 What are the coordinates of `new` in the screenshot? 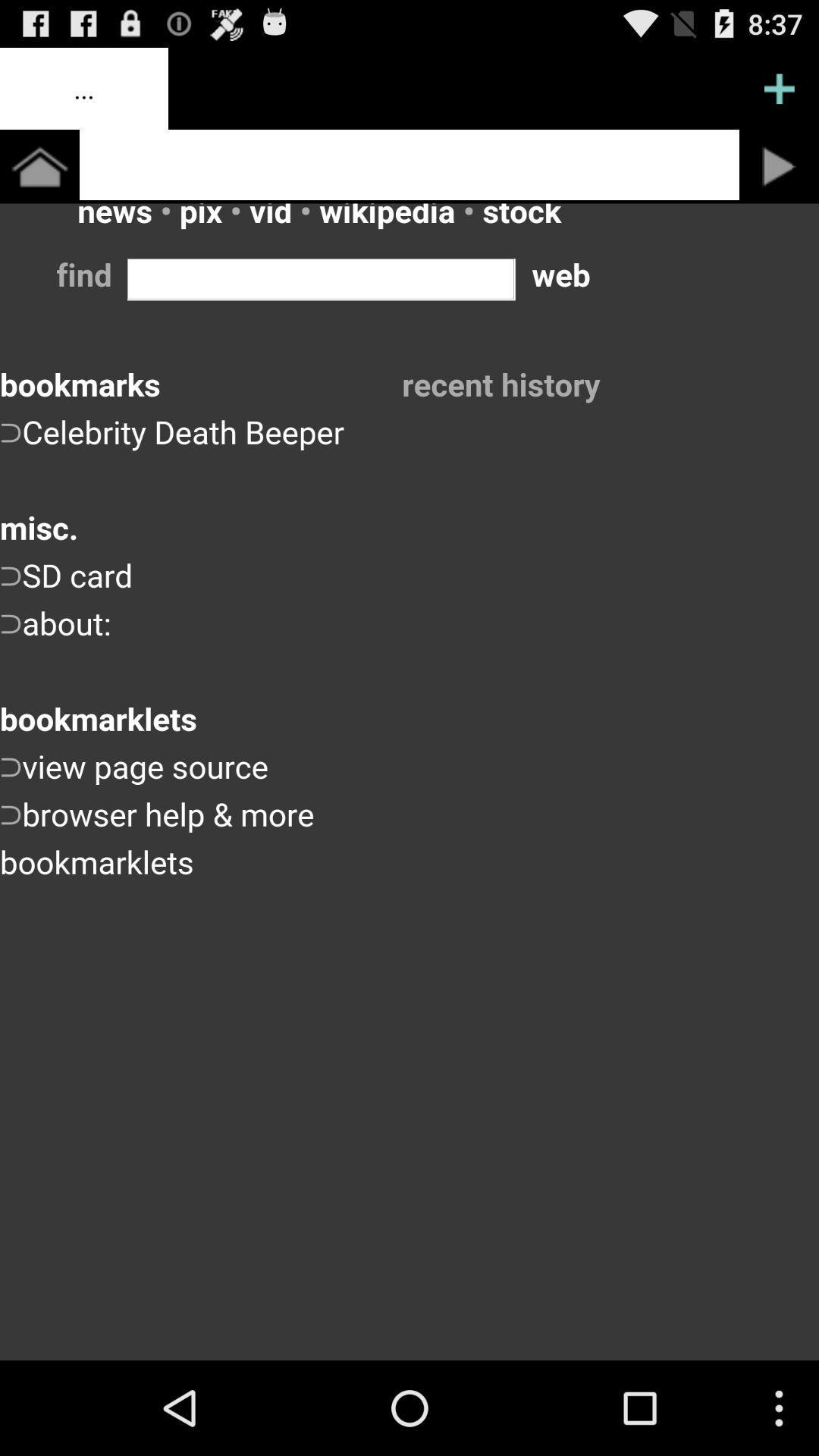 It's located at (779, 87).